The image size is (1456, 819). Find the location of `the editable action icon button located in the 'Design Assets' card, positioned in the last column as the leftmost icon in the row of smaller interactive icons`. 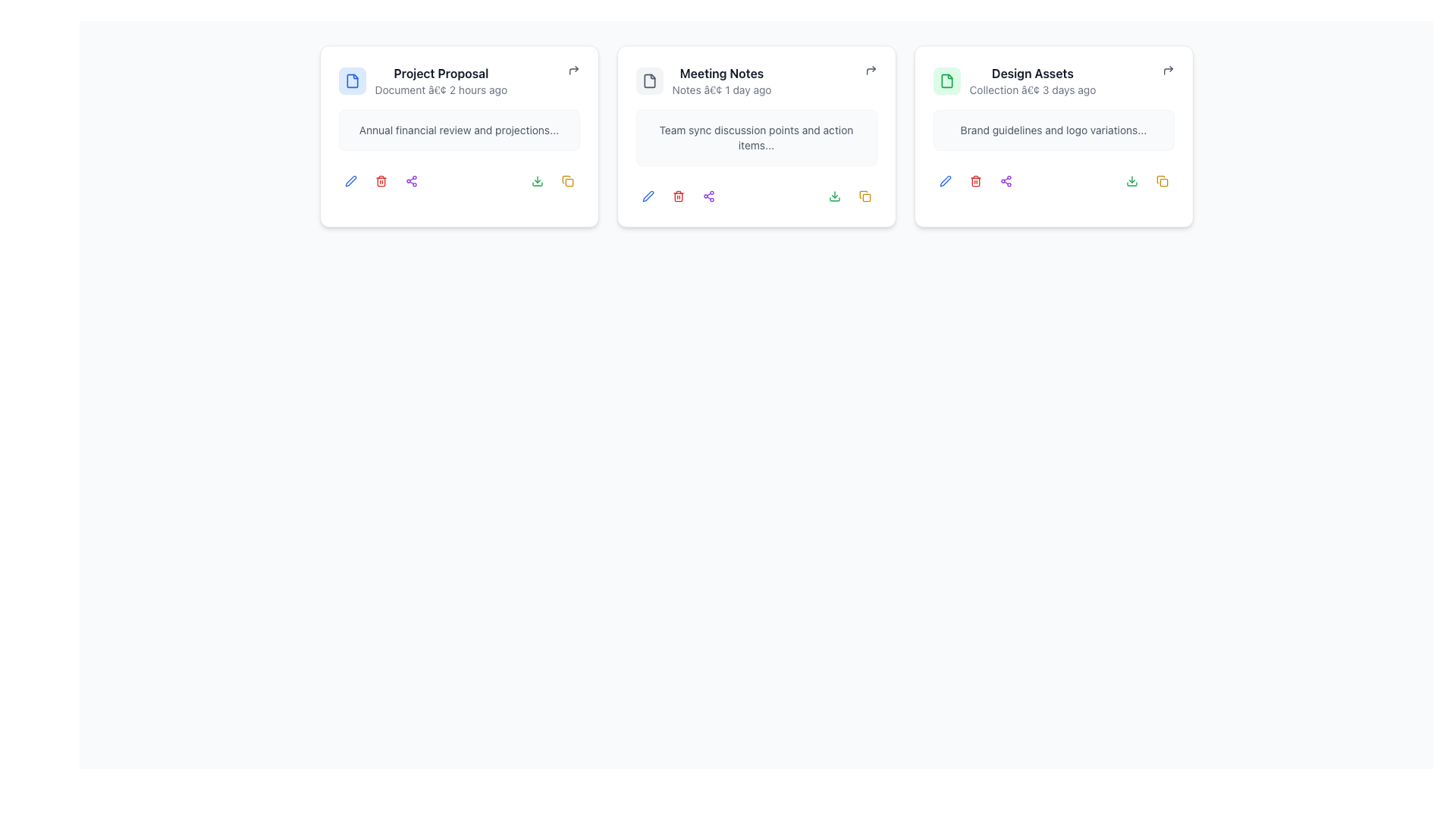

the editable action icon button located in the 'Design Assets' card, positioned in the last column as the leftmost icon in the row of smaller interactive icons is located at coordinates (944, 180).